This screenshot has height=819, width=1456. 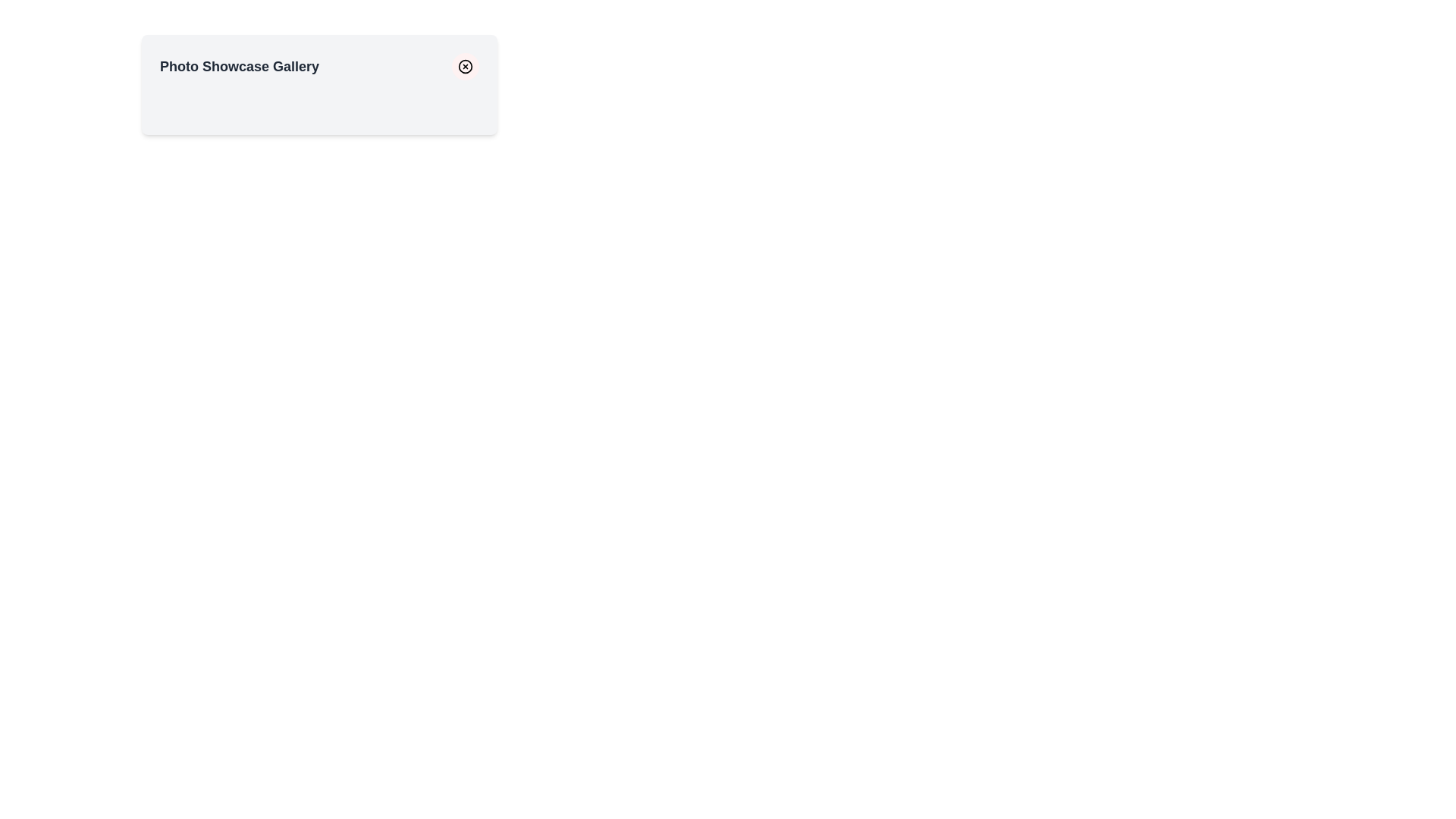 What do you see at coordinates (429, 104) in the screenshot?
I see `the text content of the Text label displaying 'Image 6' in the gallery interface` at bounding box center [429, 104].